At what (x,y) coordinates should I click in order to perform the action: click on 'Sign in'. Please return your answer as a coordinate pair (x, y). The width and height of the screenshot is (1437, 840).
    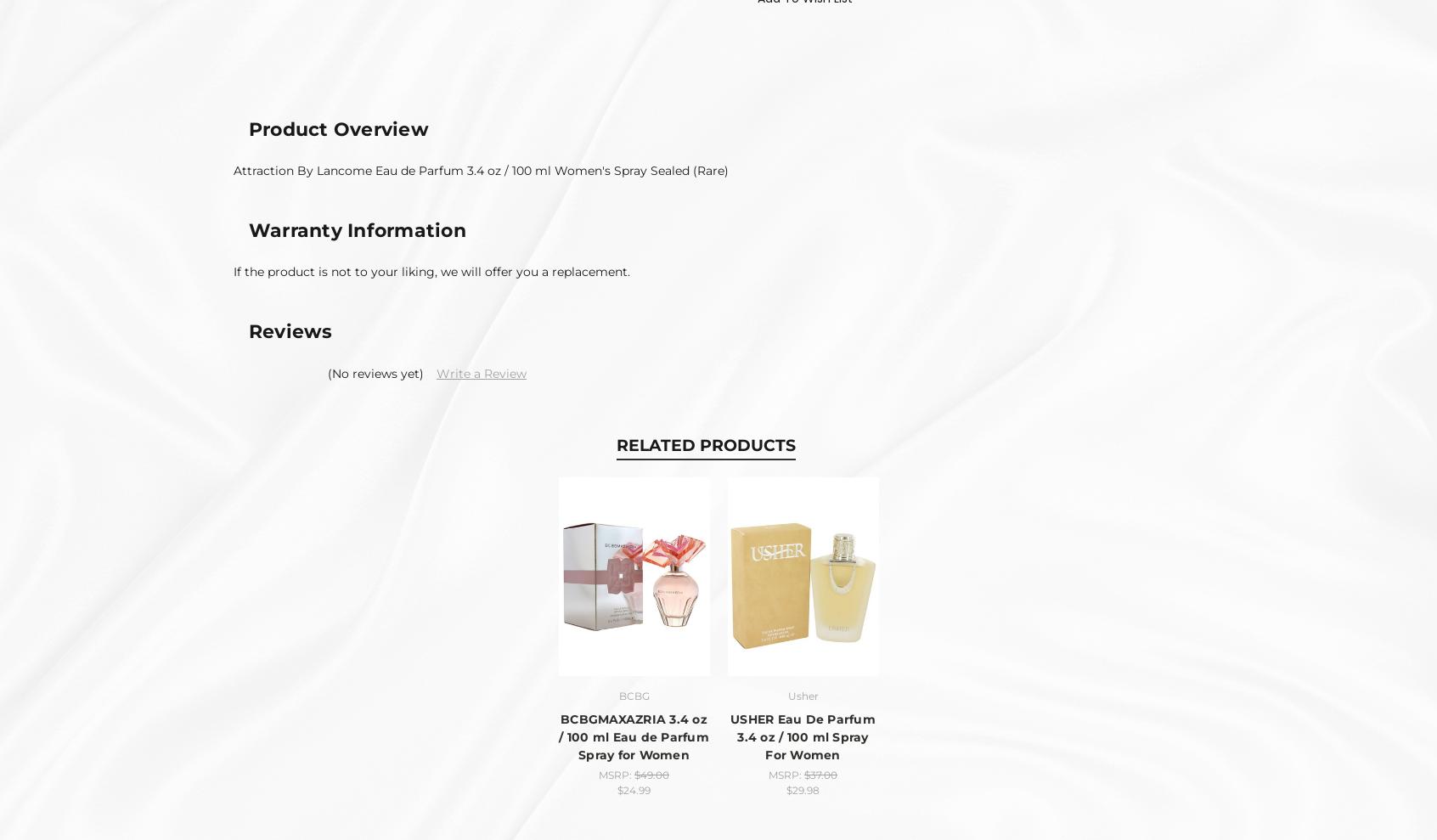
    Looking at the image, I should click on (241, 610).